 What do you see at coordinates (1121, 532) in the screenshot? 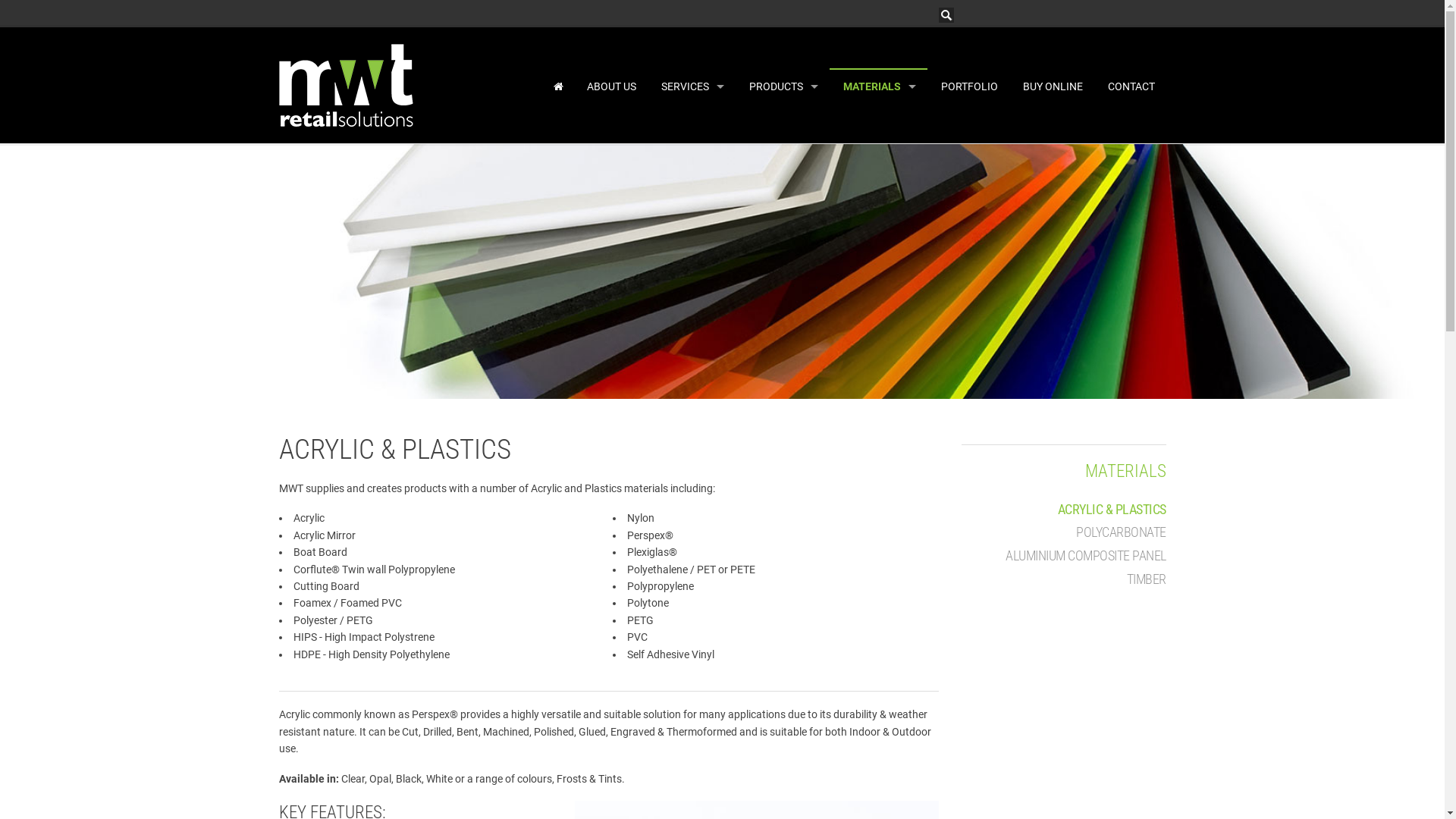
I see `'POLYCARBONATE'` at bounding box center [1121, 532].